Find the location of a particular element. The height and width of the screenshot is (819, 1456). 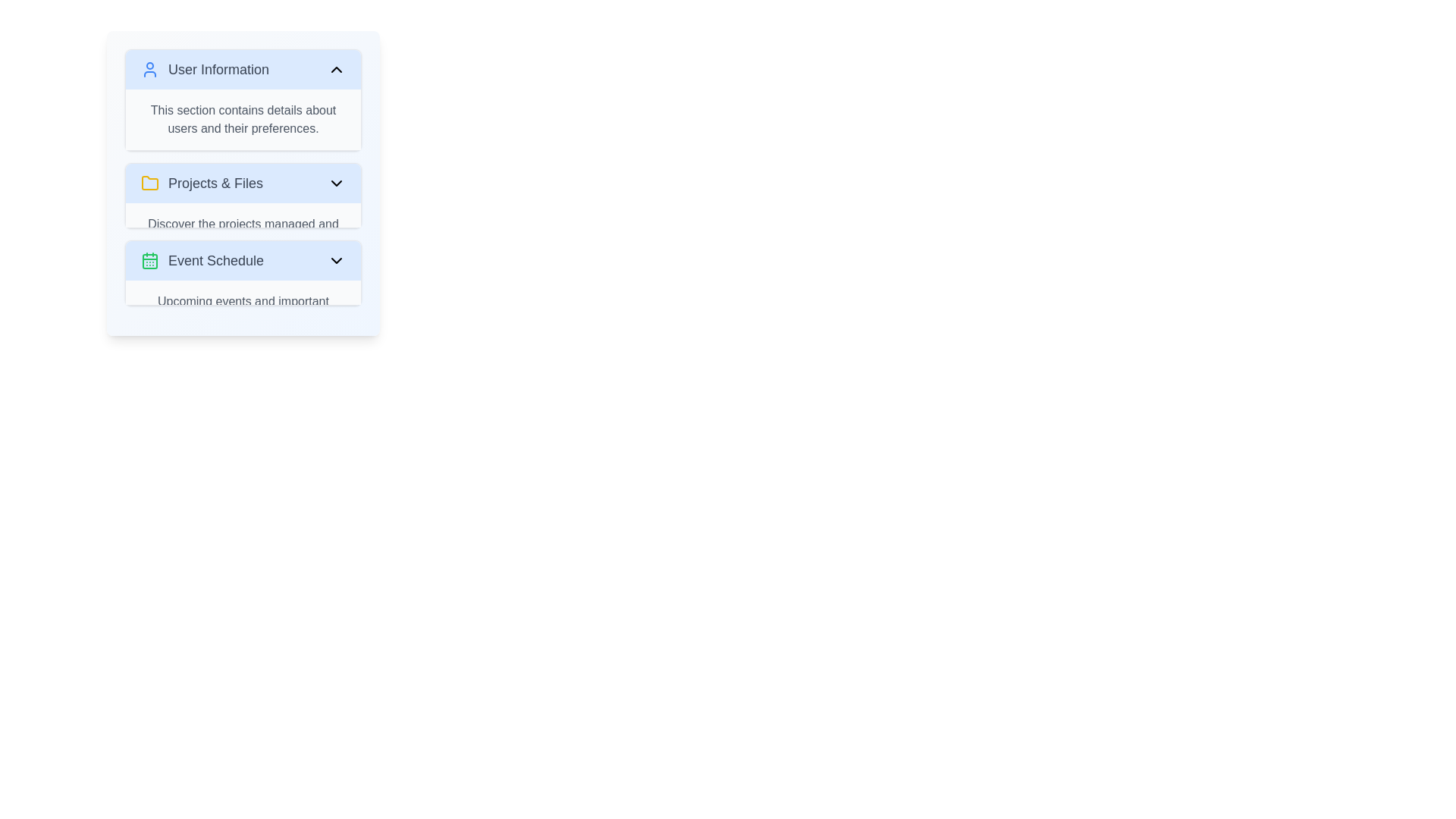

the user information icon located to the left of the 'User Information' text in the first section of the vertically stacked interface is located at coordinates (149, 70).